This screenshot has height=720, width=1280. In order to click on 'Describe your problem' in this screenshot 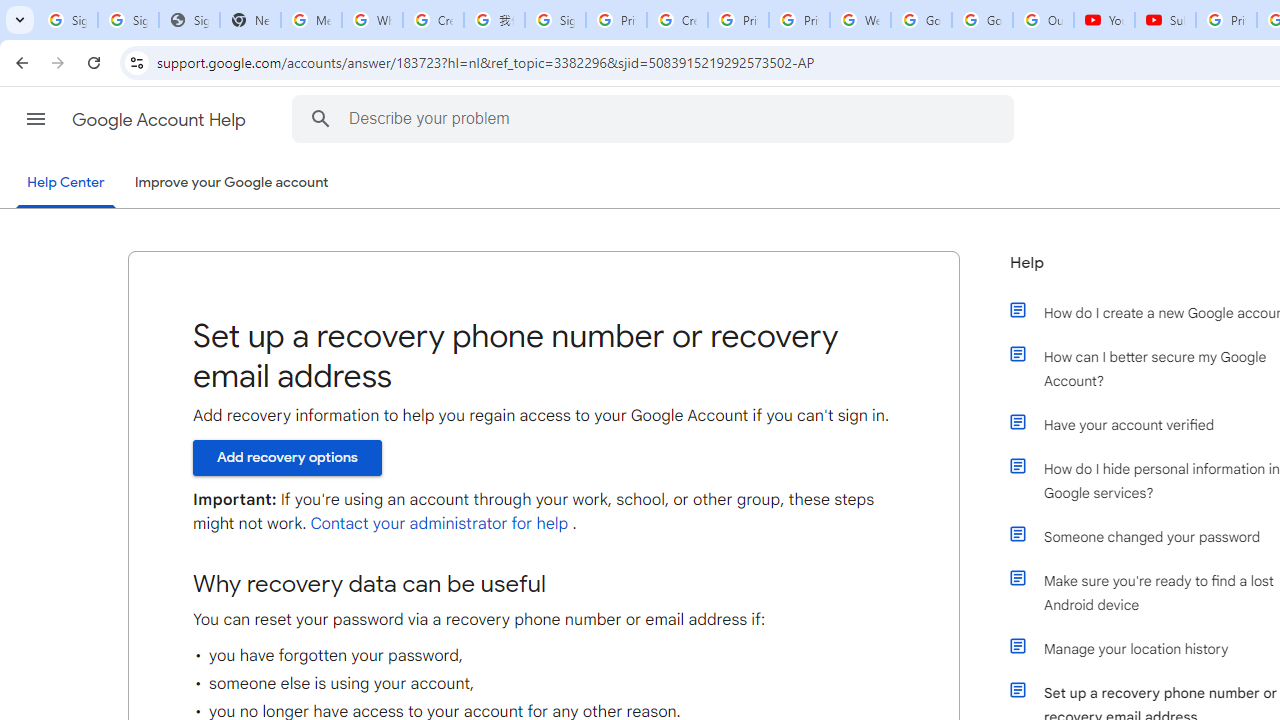, I will do `click(656, 118)`.